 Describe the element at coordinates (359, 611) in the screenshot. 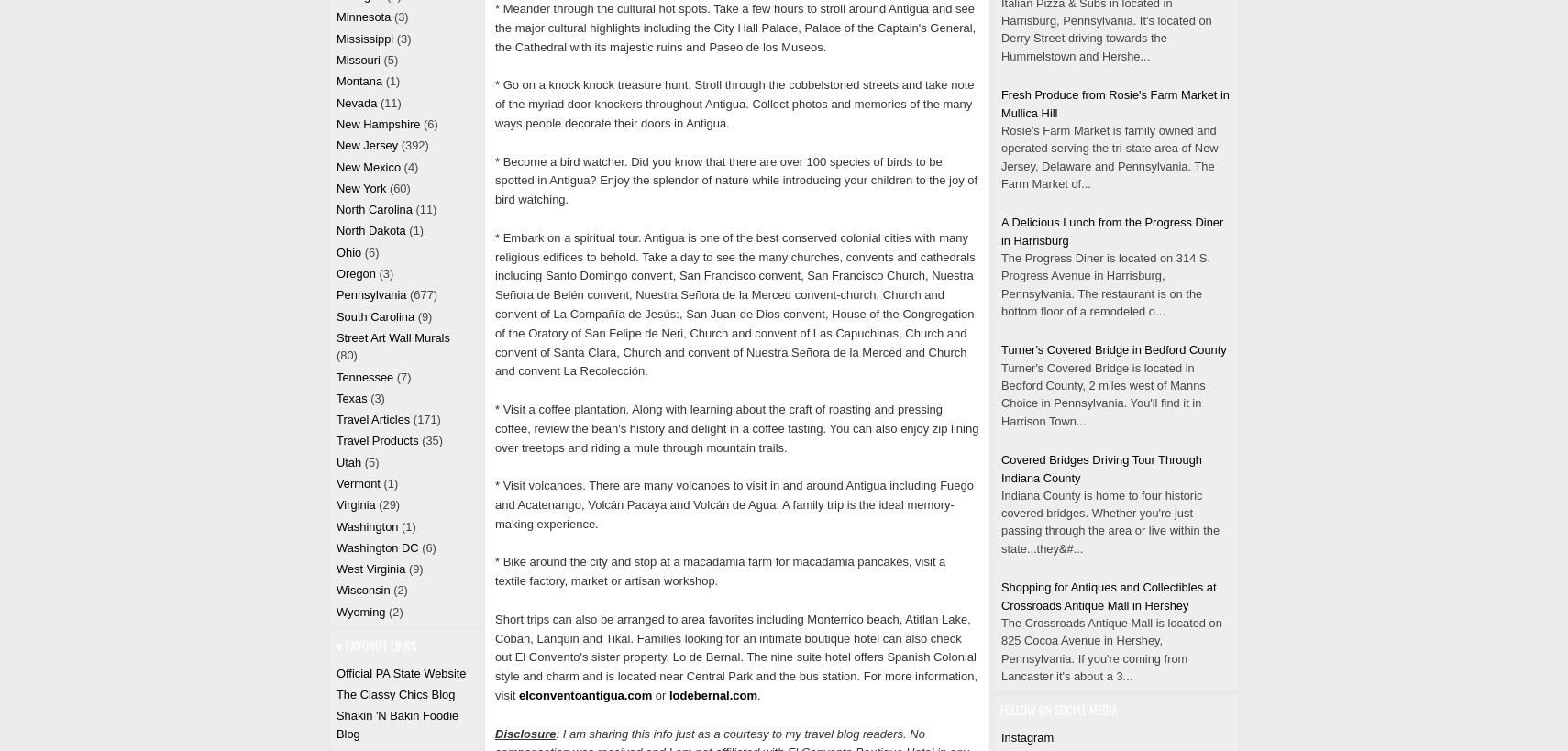

I see `'Wyoming'` at that location.